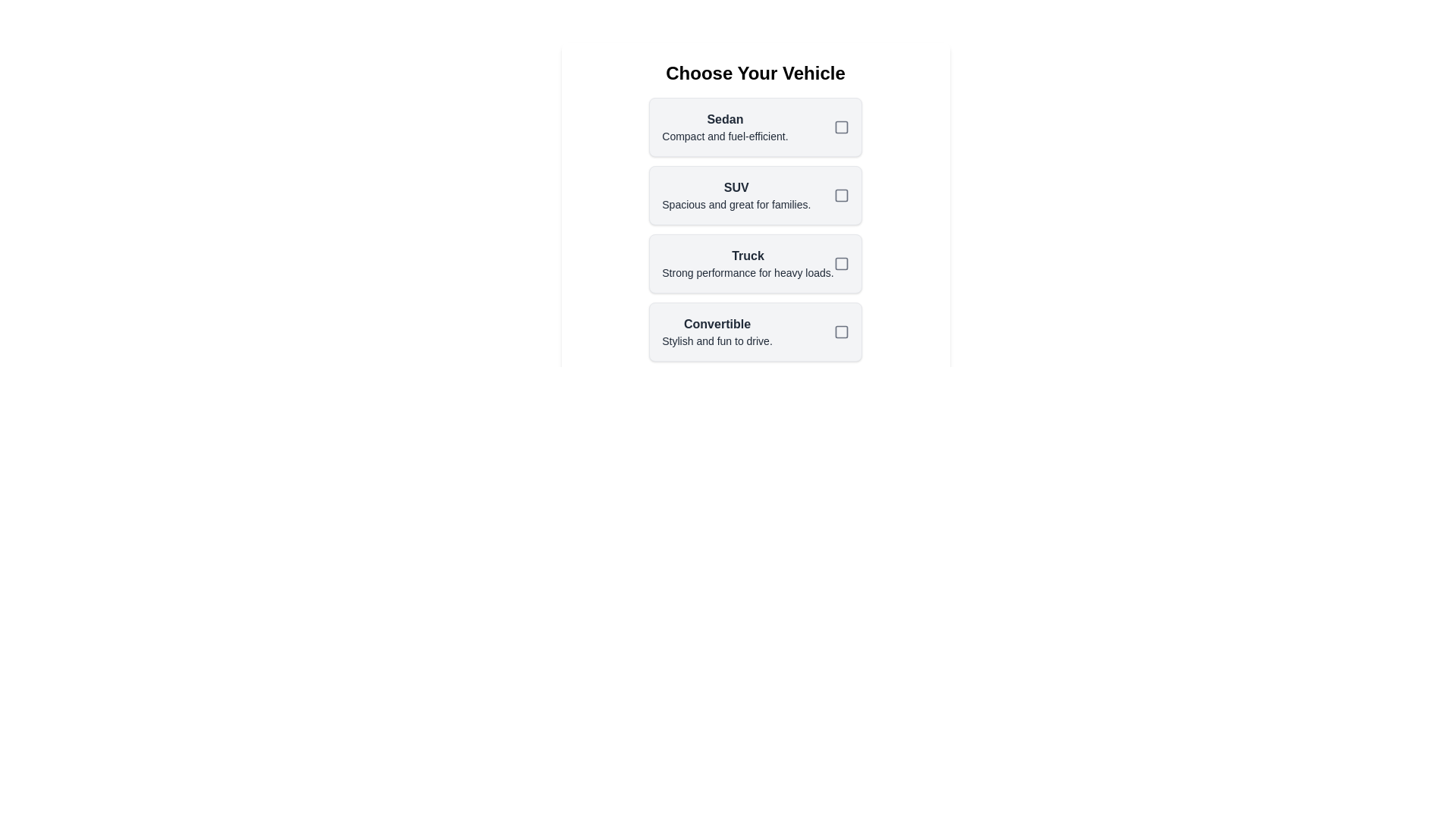 The height and width of the screenshot is (819, 1456). Describe the element at coordinates (755, 331) in the screenshot. I see `the vehicle entry corresponding to Convertible` at that location.